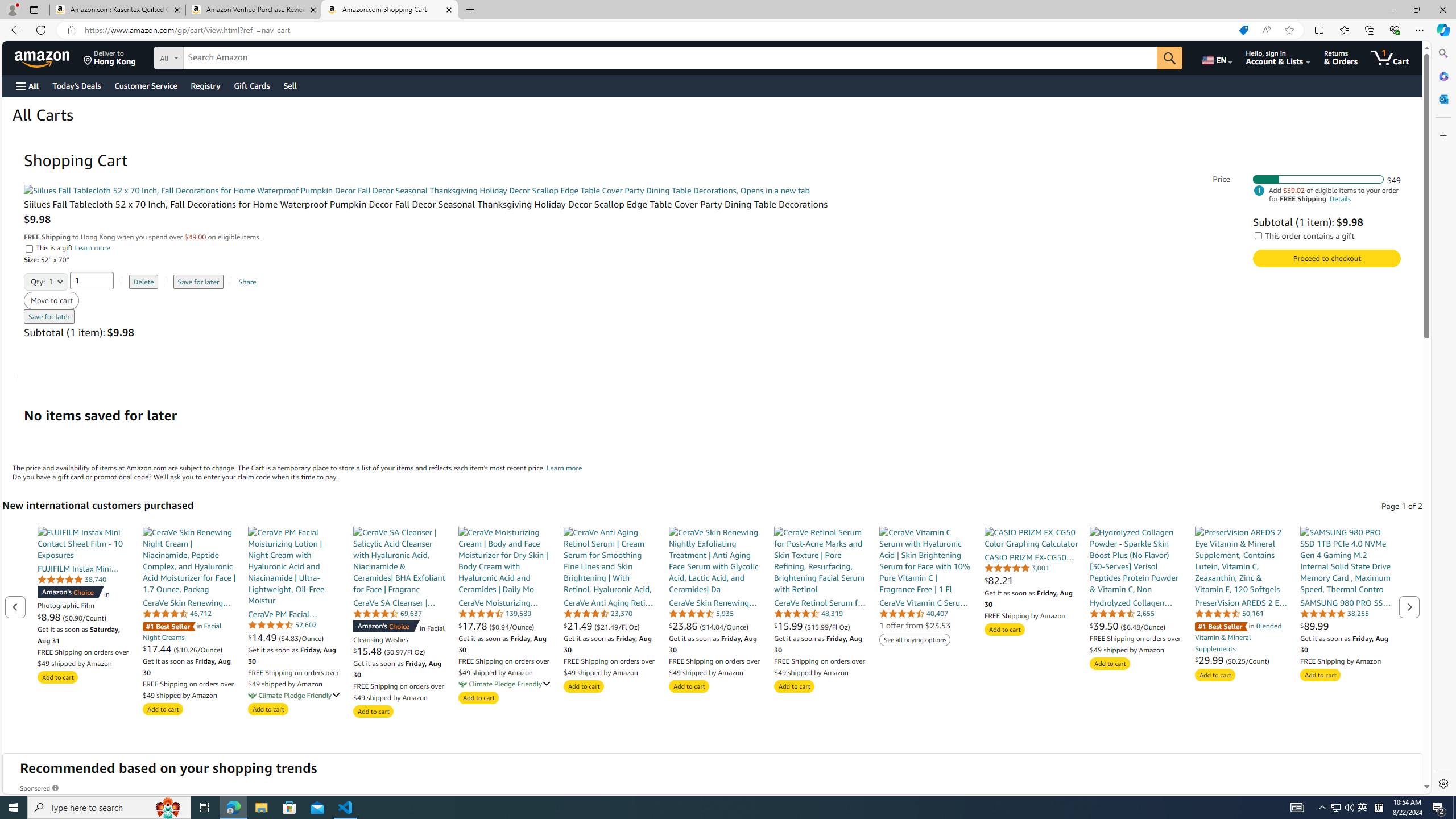  Describe the element at coordinates (204, 85) in the screenshot. I see `'Registry'` at that location.